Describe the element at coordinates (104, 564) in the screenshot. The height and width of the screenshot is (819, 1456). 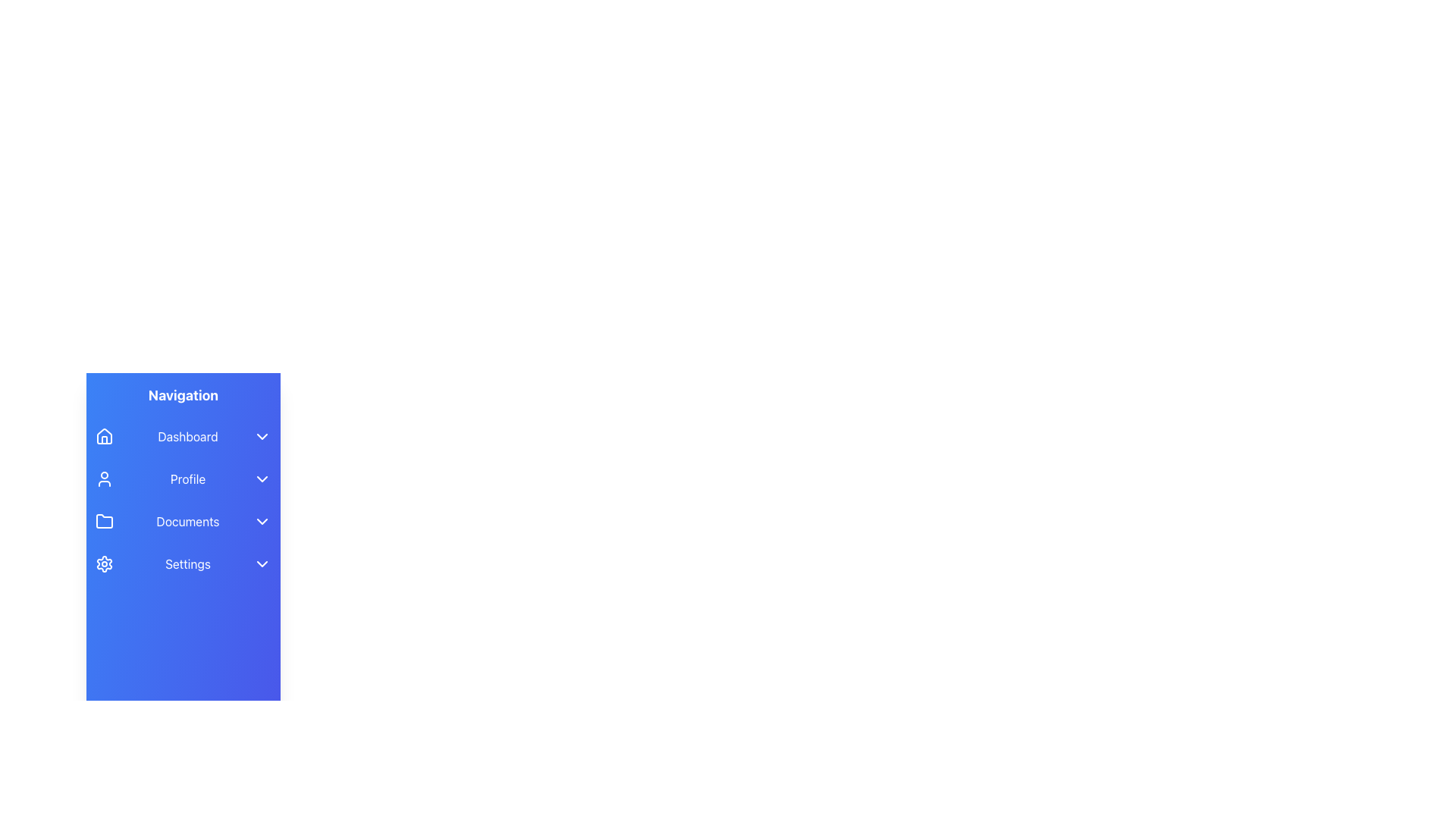
I see `the gear-shaped icon representing 'Settings'` at that location.